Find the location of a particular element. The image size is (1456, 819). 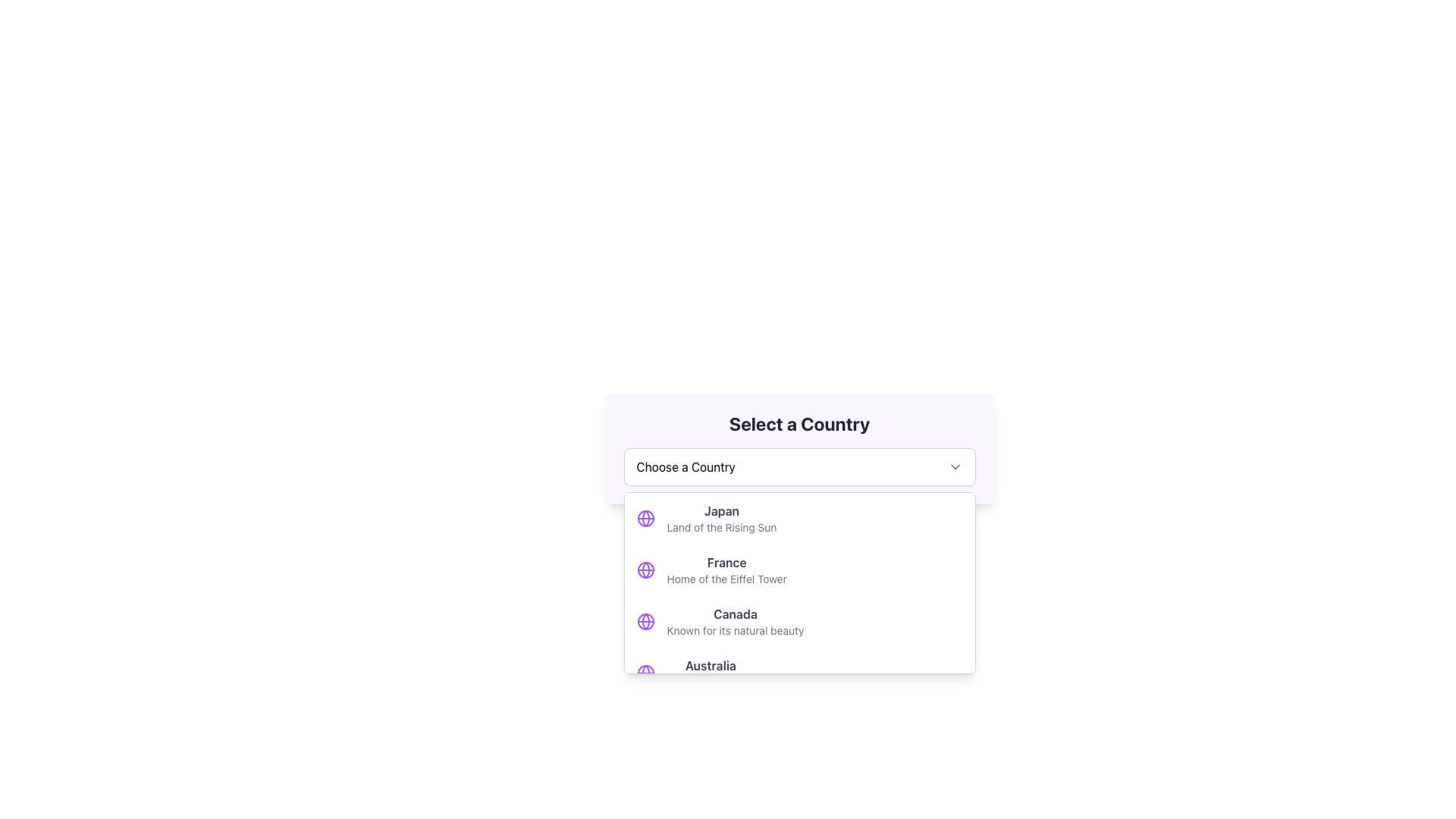

the globe icon representing 'Australia' in the dropdown list under the 'Select a Country' section is located at coordinates (645, 672).